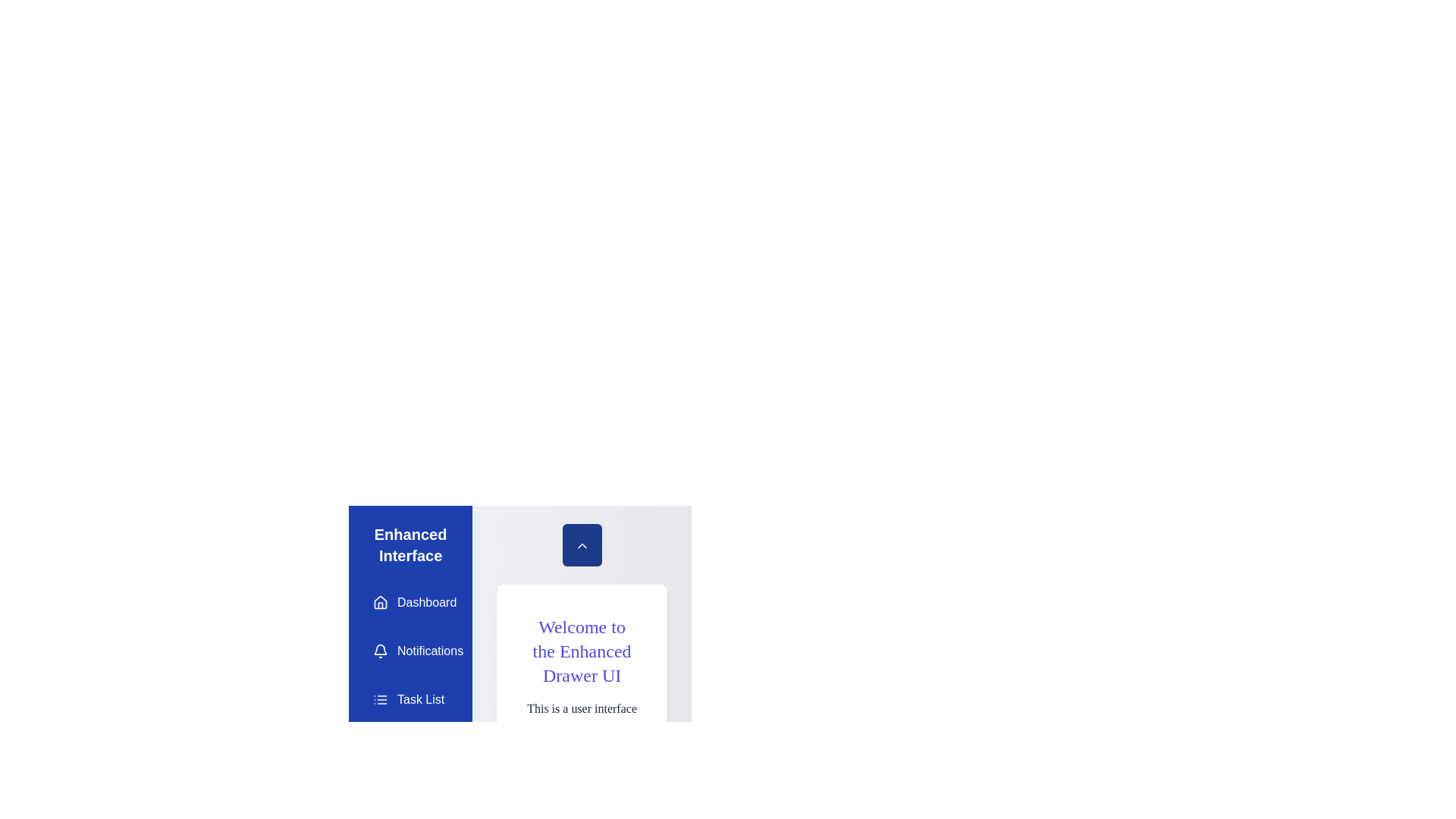  I want to click on toggle button to toggle the drawer's visibility, so click(581, 544).